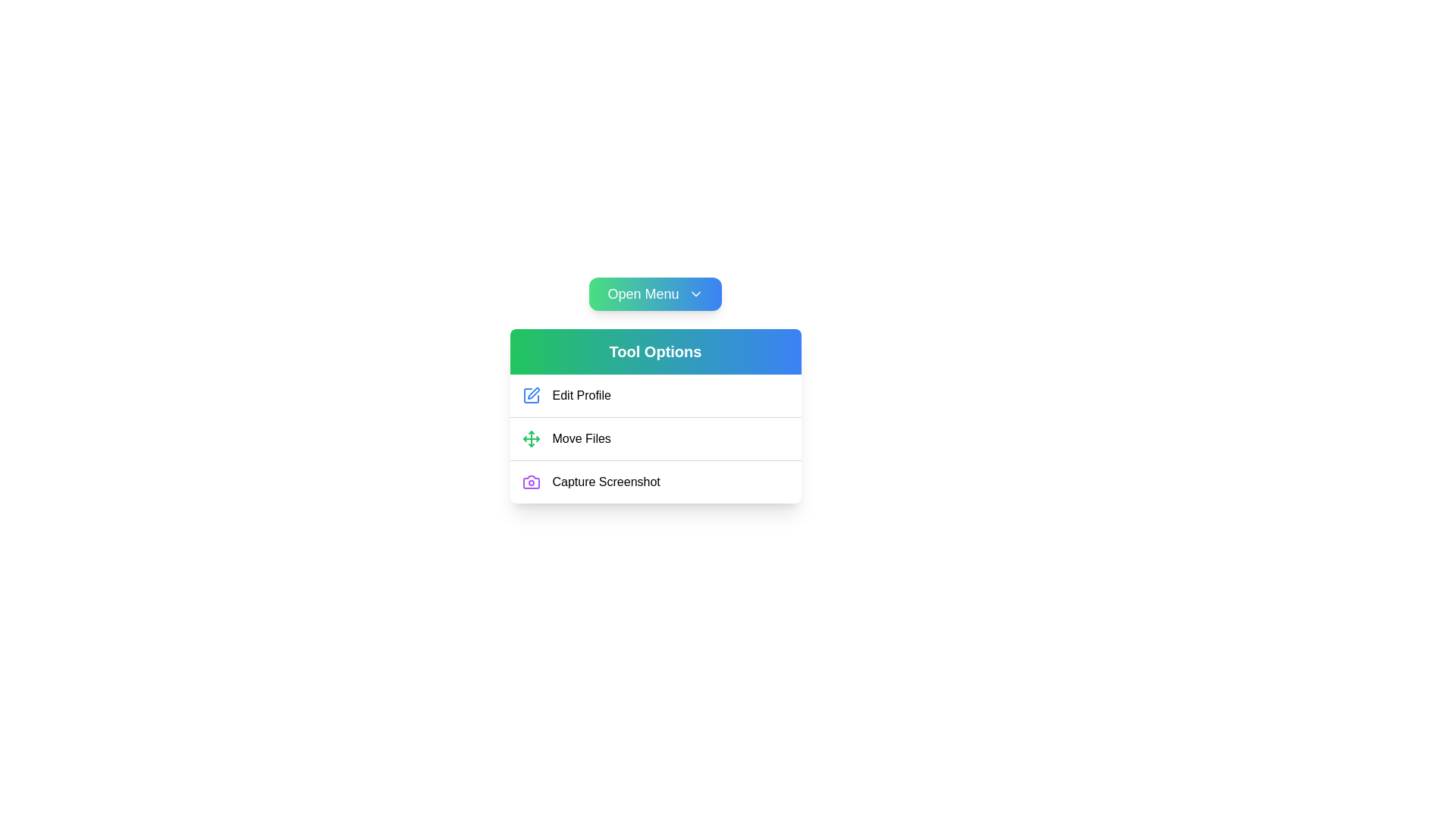 The height and width of the screenshot is (819, 1456). I want to click on the second menu option labeled 'Move Files' within the dropdown menu 'Tool Options', so click(655, 416).